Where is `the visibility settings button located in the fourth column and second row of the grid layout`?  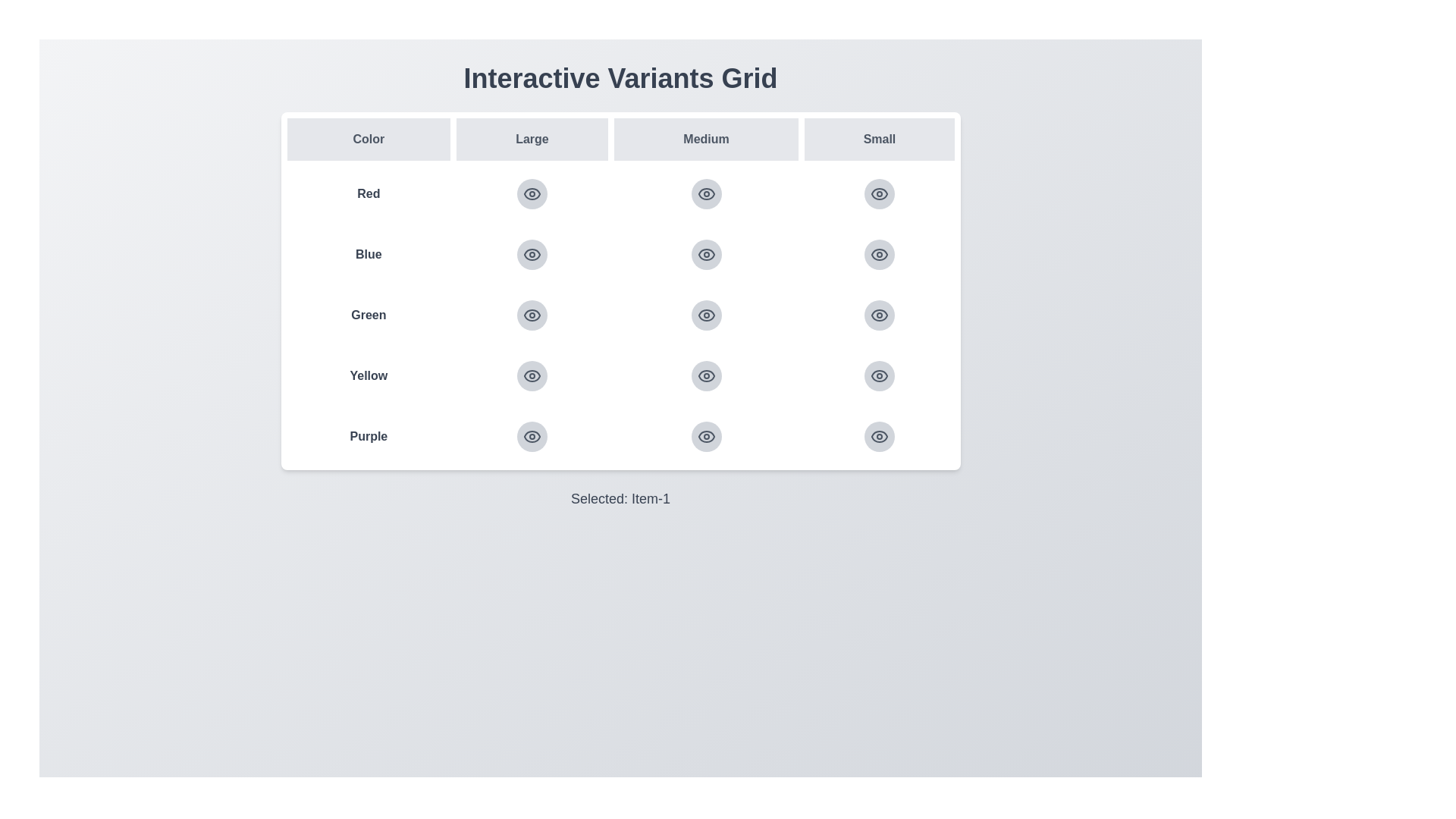
the visibility settings button located in the fourth column and second row of the grid layout is located at coordinates (705, 253).